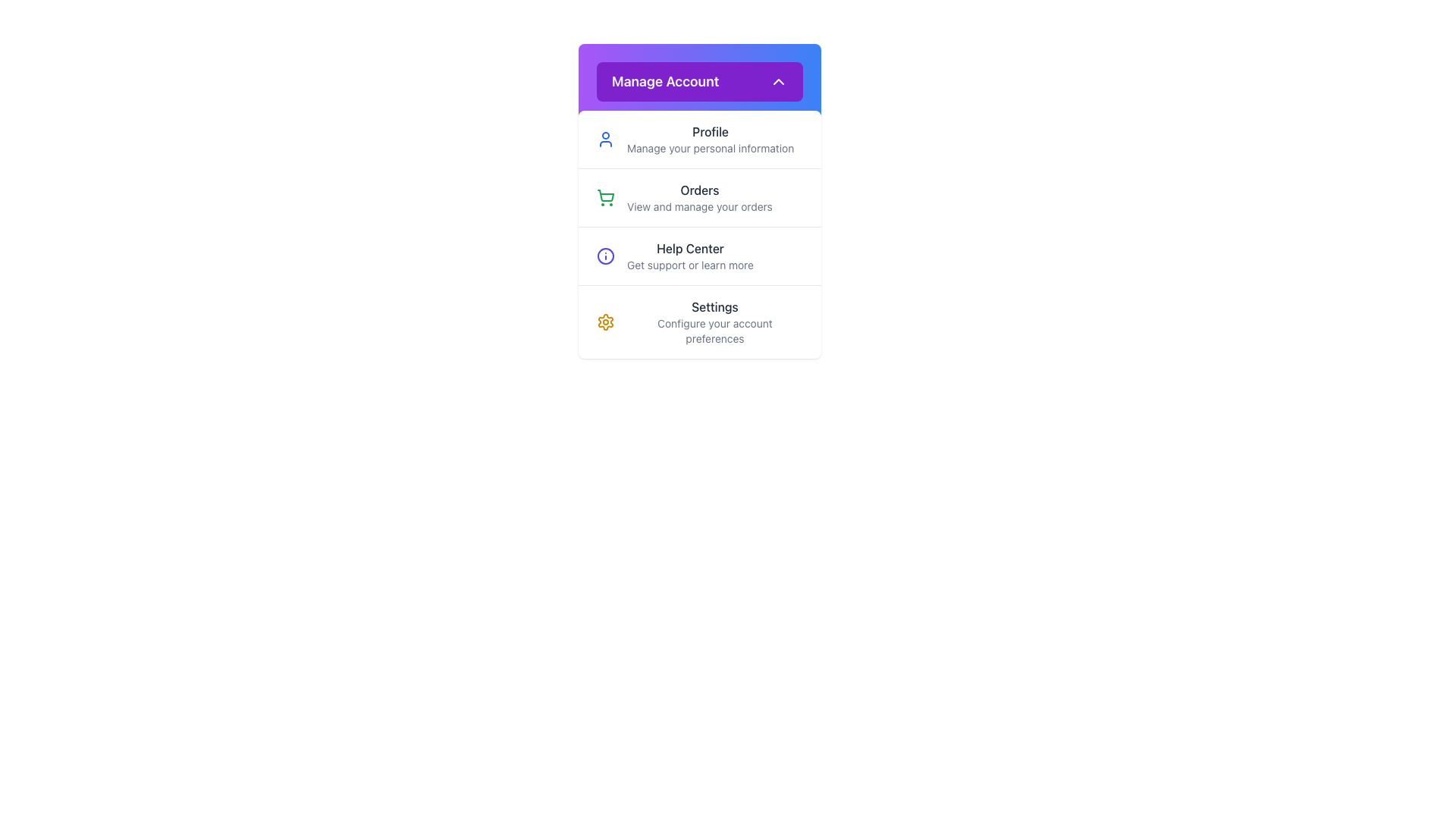 Image resolution: width=1456 pixels, height=819 pixels. Describe the element at coordinates (689, 265) in the screenshot. I see `the text label that reads 'Get support or learn more', which is styled in a smaller gray font and positioned directly below the 'Help Center' heading` at that location.